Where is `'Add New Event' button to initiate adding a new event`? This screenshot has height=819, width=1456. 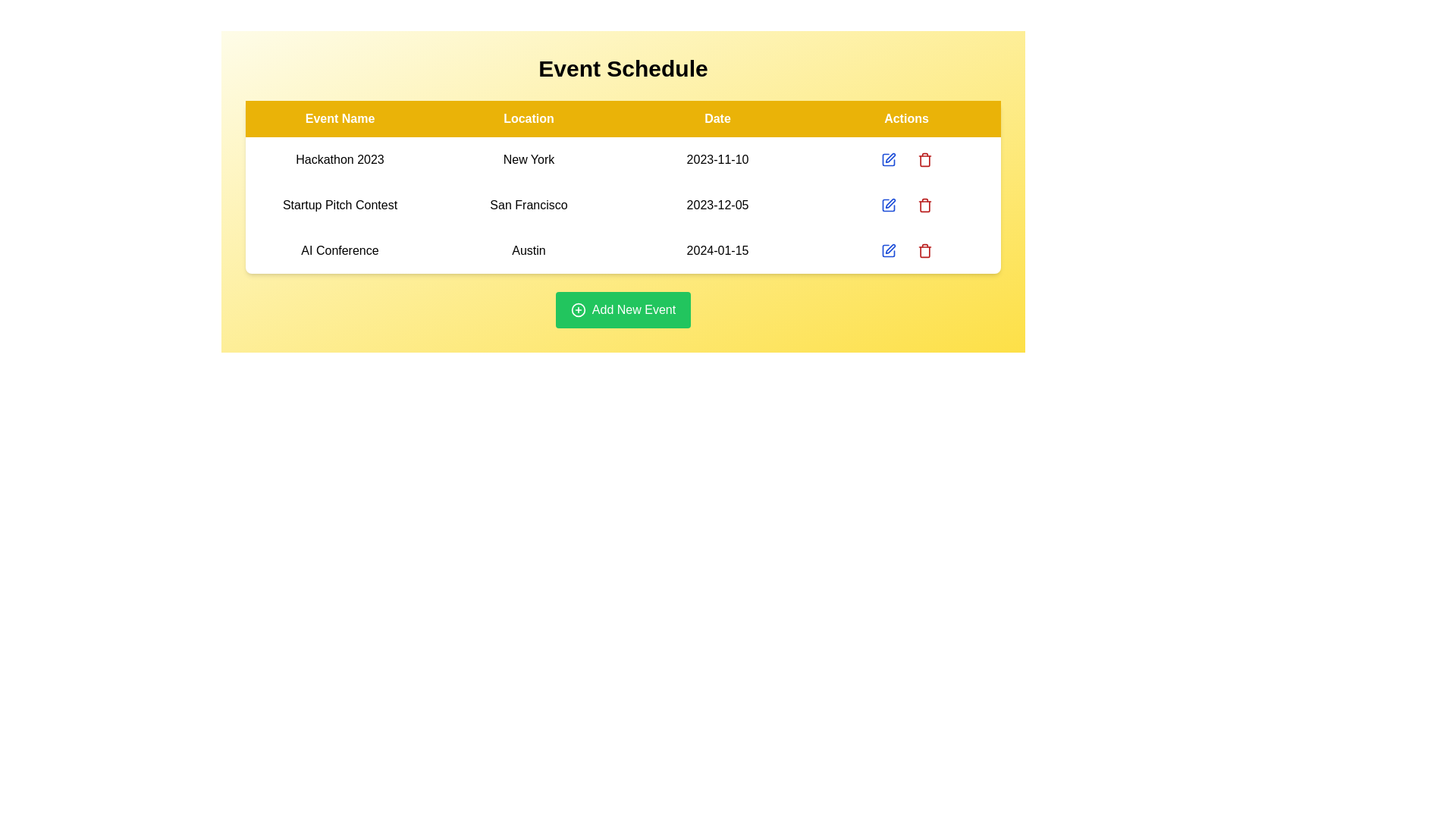
'Add New Event' button to initiate adding a new event is located at coordinates (623, 309).